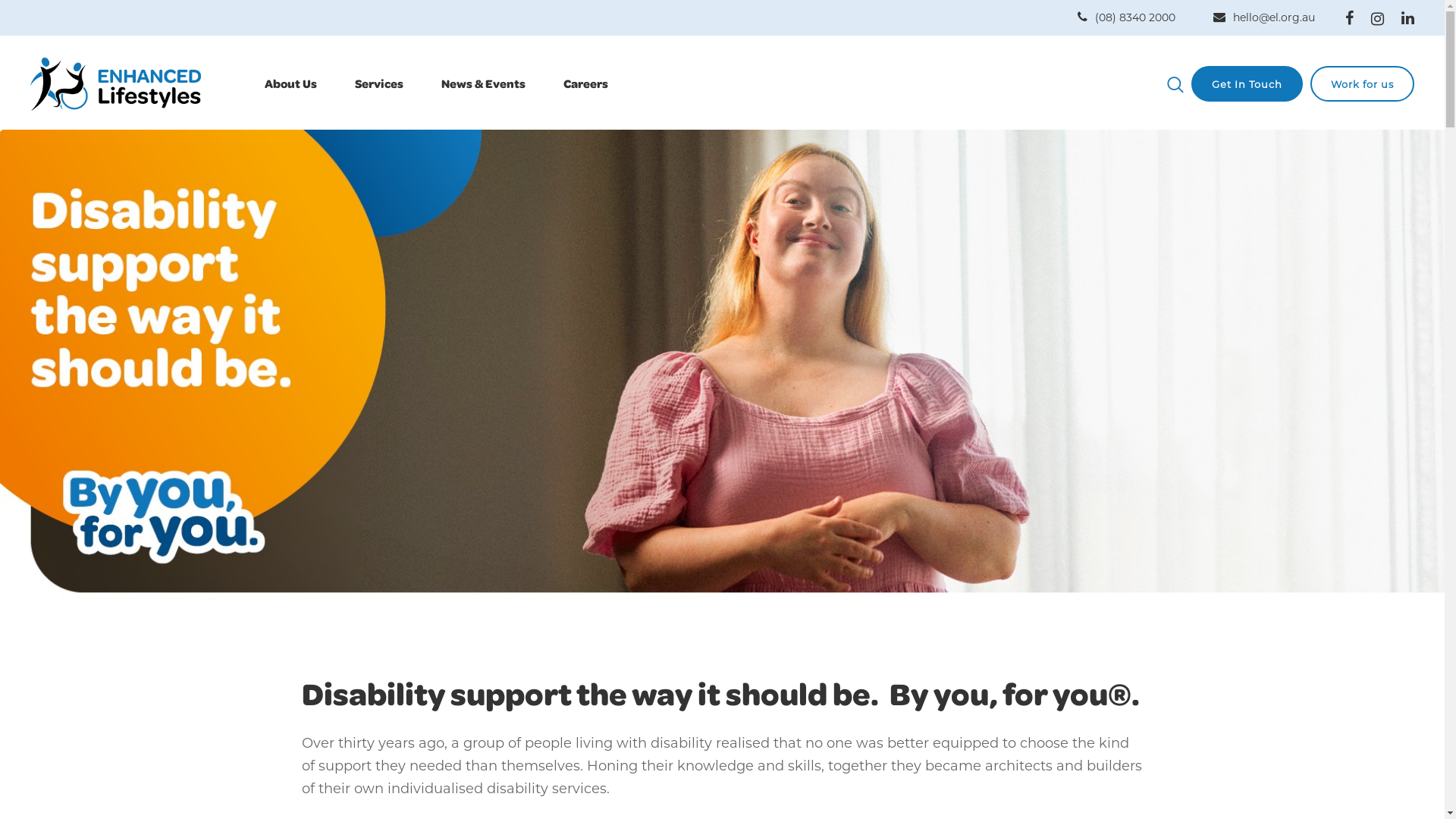 Image resolution: width=1456 pixels, height=819 pixels. What do you see at coordinates (1274, 17) in the screenshot?
I see `'hello@el.org.au'` at bounding box center [1274, 17].